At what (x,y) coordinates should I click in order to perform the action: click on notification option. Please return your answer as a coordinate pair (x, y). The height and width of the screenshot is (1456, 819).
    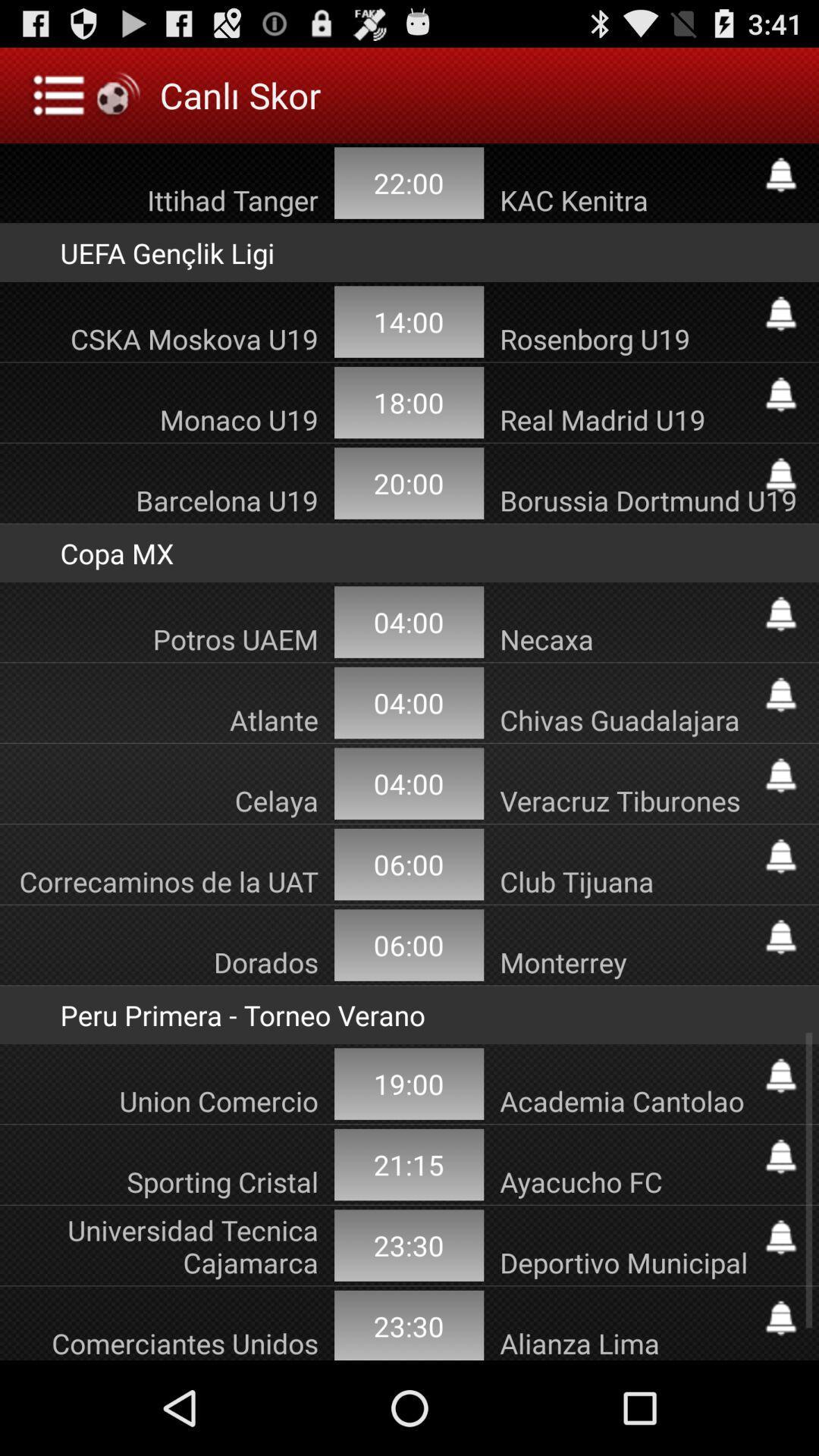
    Looking at the image, I should click on (780, 394).